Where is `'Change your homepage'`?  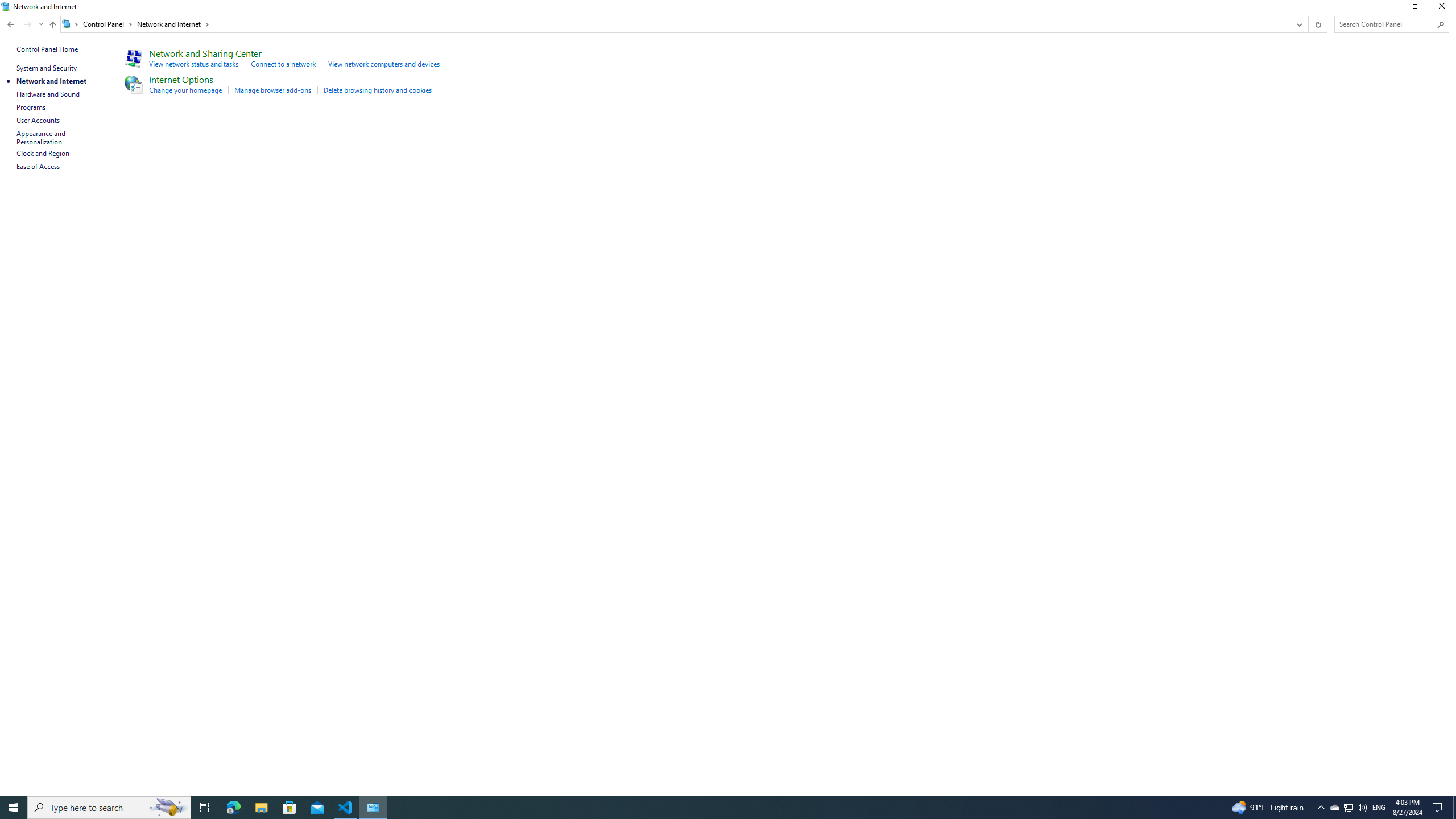
'Change your homepage' is located at coordinates (185, 89).